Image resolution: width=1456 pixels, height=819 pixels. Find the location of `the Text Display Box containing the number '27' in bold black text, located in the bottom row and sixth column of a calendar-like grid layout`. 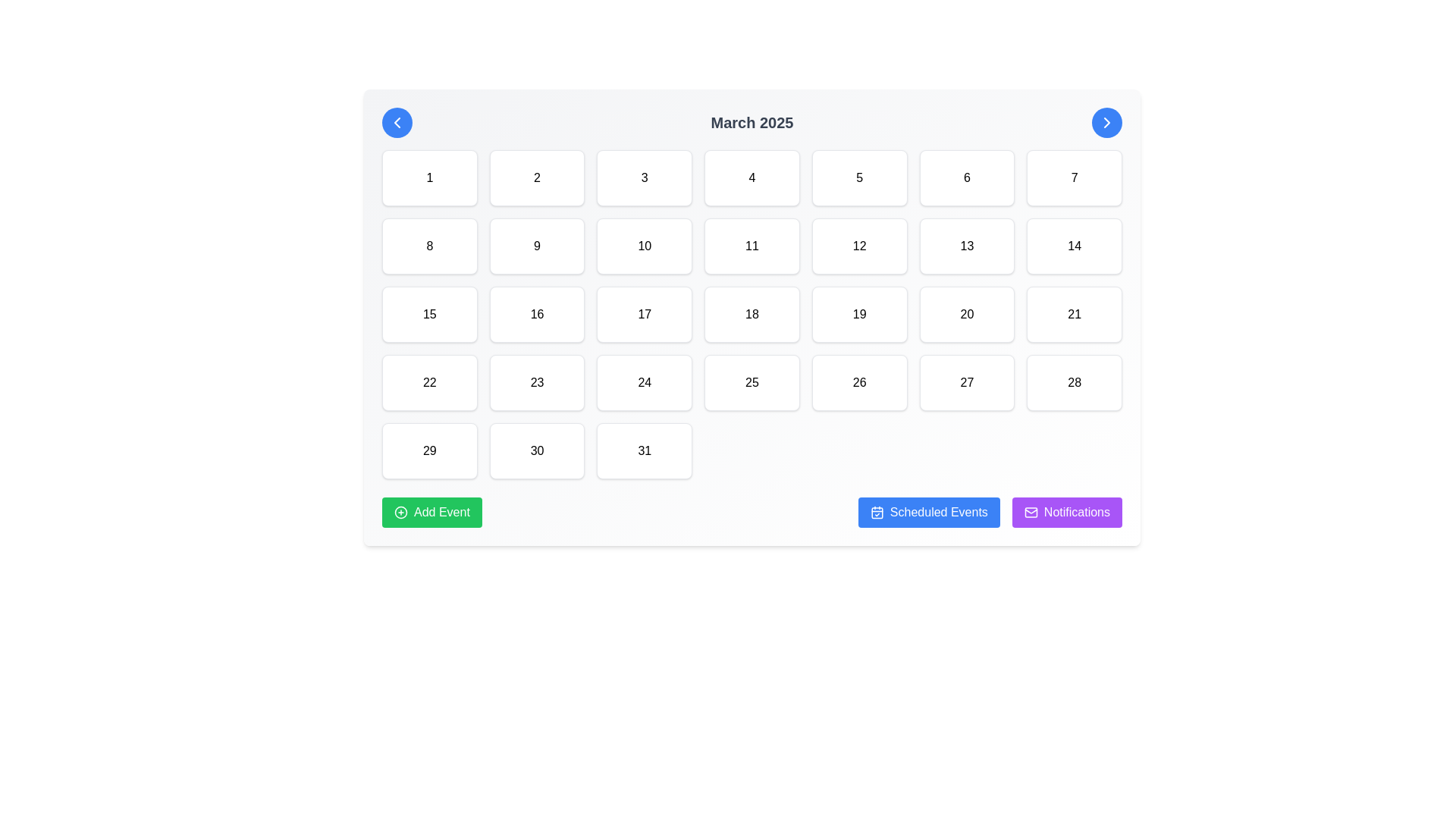

the Text Display Box containing the number '27' in bold black text, located in the bottom row and sixth column of a calendar-like grid layout is located at coordinates (966, 382).